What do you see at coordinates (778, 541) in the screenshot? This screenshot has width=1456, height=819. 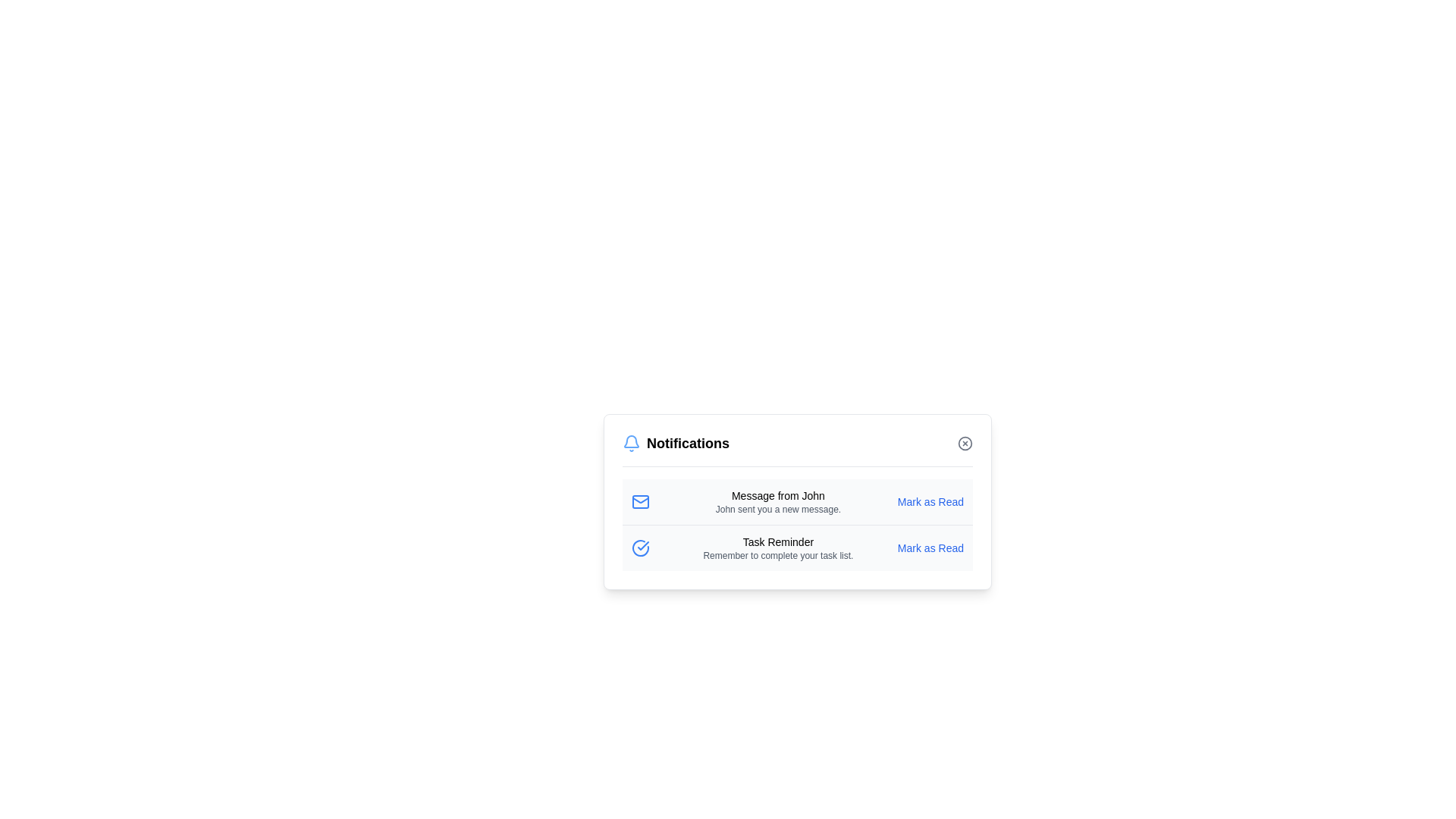 I see `'Task Reminder' text label located in the second notification entry of the notification panel, which serves as a header for the related description below it` at bounding box center [778, 541].